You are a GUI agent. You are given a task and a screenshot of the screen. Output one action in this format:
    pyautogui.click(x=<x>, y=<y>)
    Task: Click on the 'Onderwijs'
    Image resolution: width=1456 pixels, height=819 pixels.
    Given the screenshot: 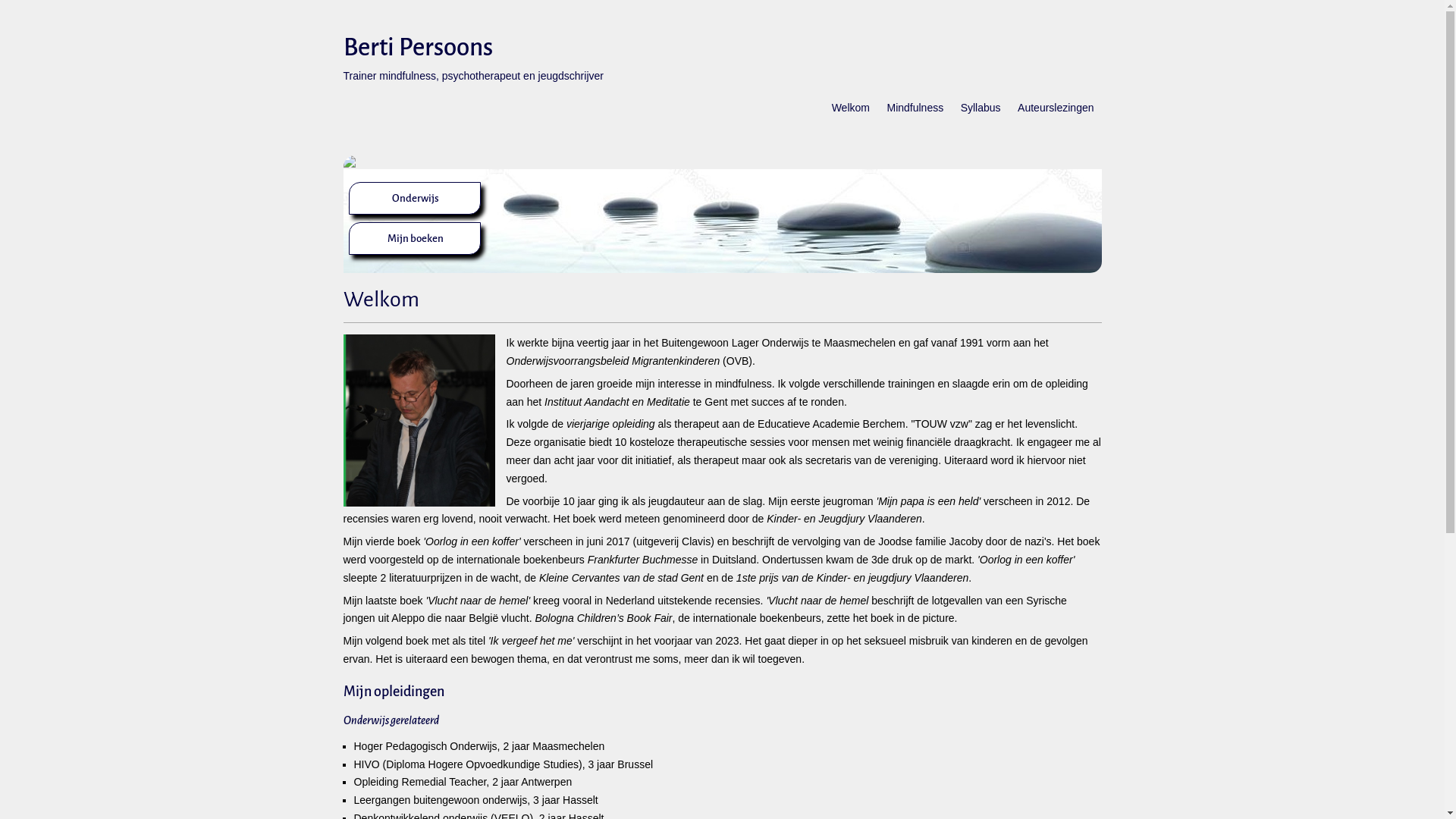 What is the action you would take?
    pyautogui.click(x=391, y=197)
    